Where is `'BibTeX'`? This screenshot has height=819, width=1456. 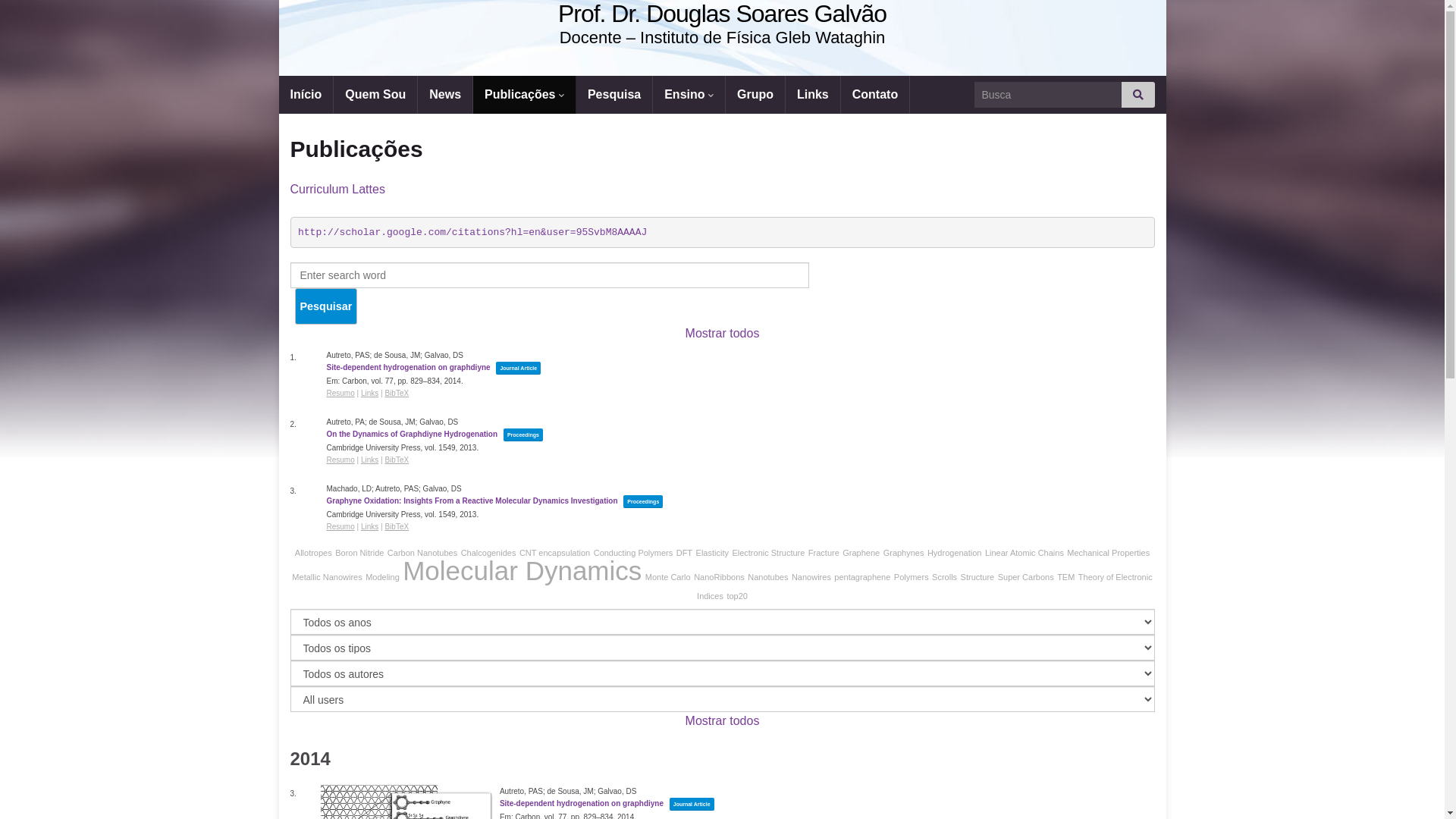
'BibTeX' is located at coordinates (397, 392).